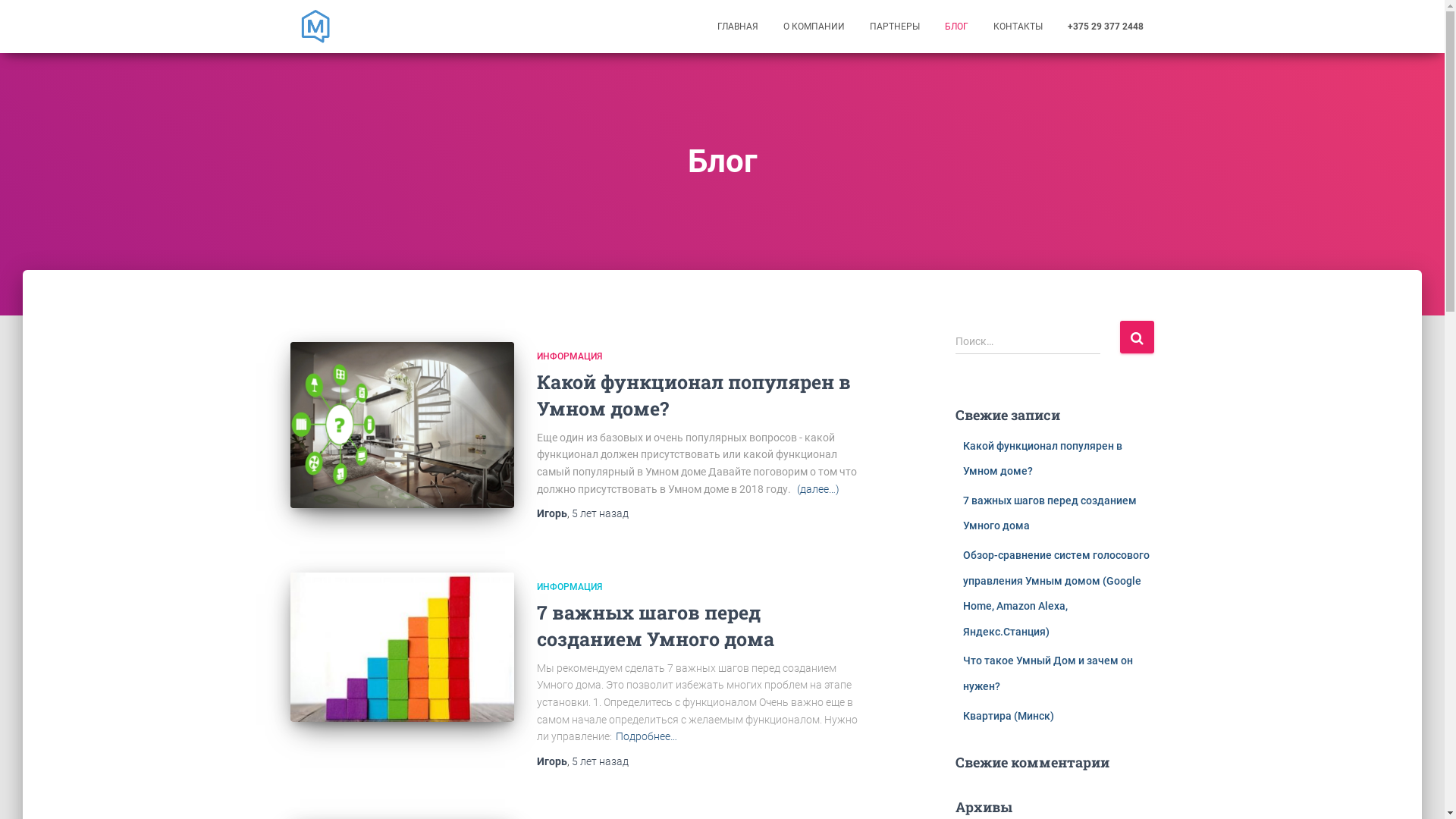 This screenshot has width=1456, height=819. I want to click on '+375 29 377 2448', so click(1055, 26).